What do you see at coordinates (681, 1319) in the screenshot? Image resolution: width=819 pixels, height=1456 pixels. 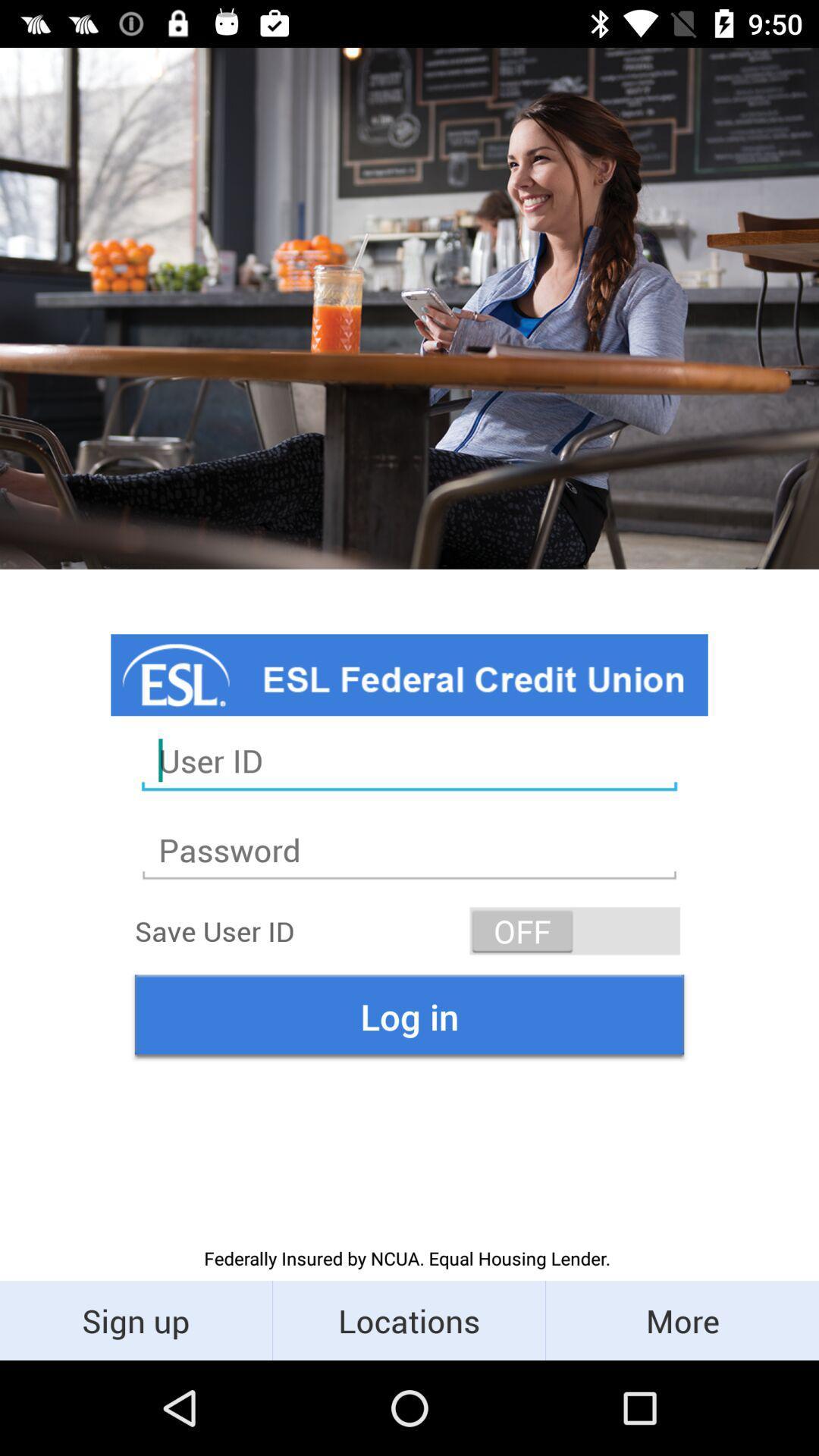 I see `the more item` at bounding box center [681, 1319].